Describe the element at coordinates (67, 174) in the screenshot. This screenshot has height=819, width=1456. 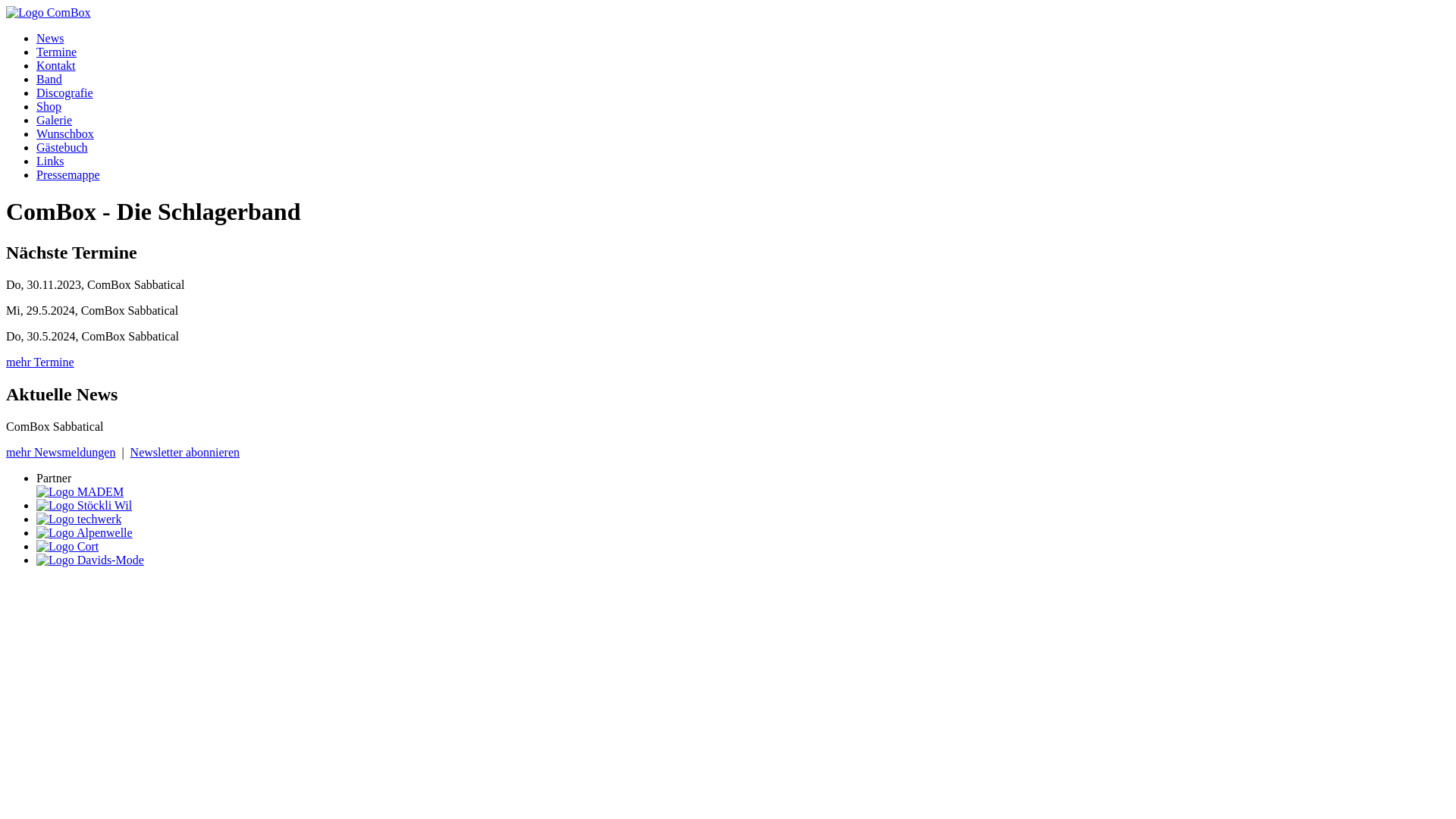
I see `'Pressemappe'` at that location.